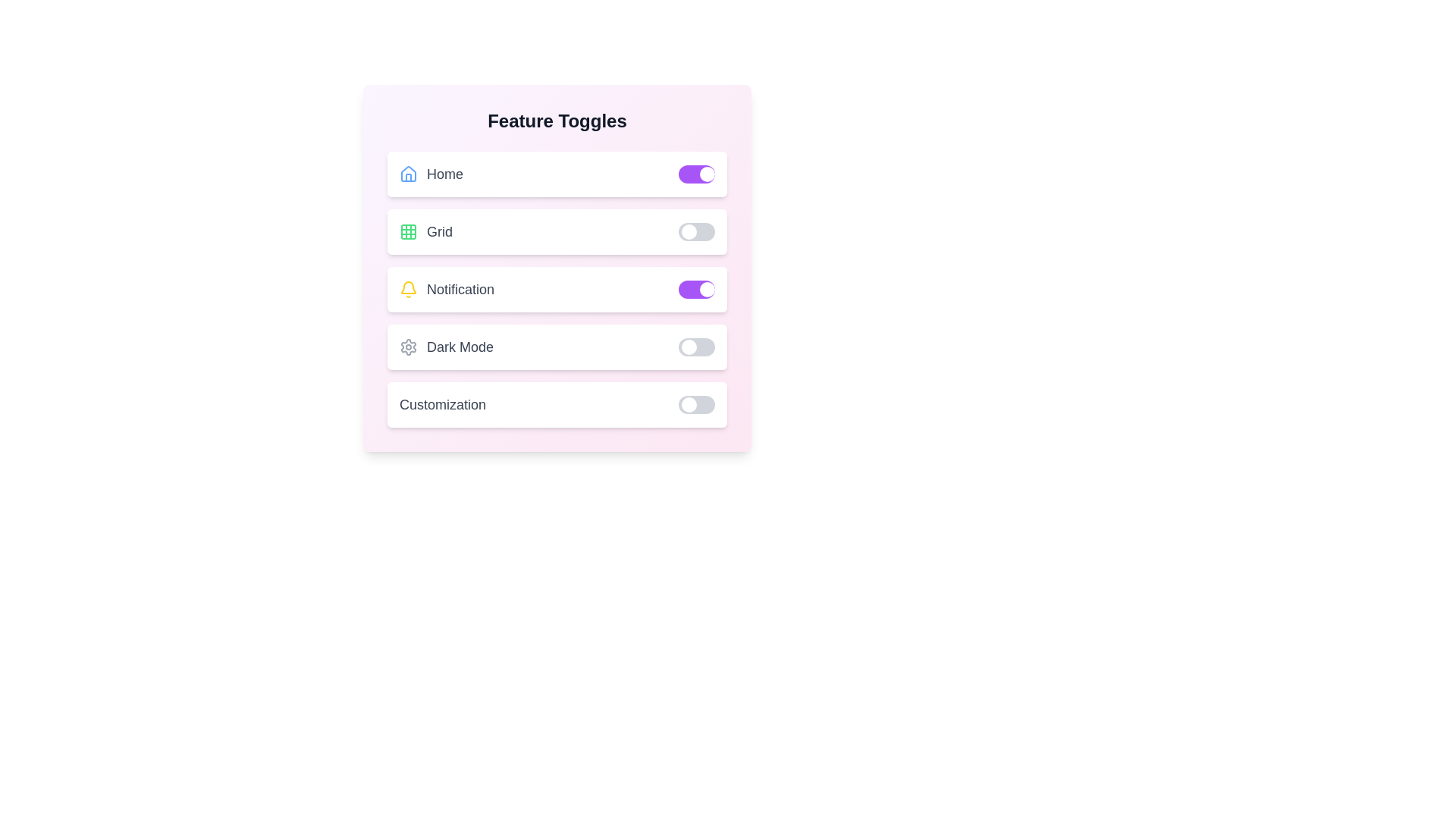  Describe the element at coordinates (688, 403) in the screenshot. I see `the circular knob of the toggle switch located next` at that location.